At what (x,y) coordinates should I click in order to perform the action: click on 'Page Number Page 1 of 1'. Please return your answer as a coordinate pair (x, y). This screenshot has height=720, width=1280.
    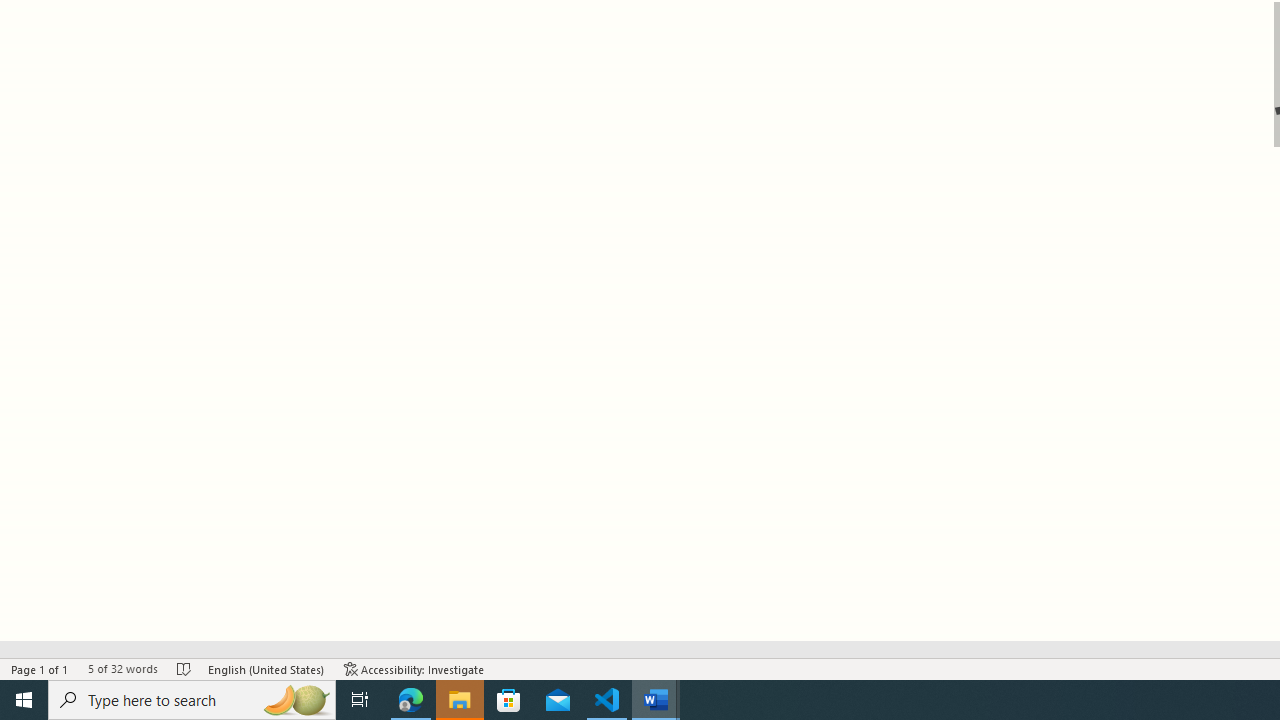
    Looking at the image, I should click on (40, 669).